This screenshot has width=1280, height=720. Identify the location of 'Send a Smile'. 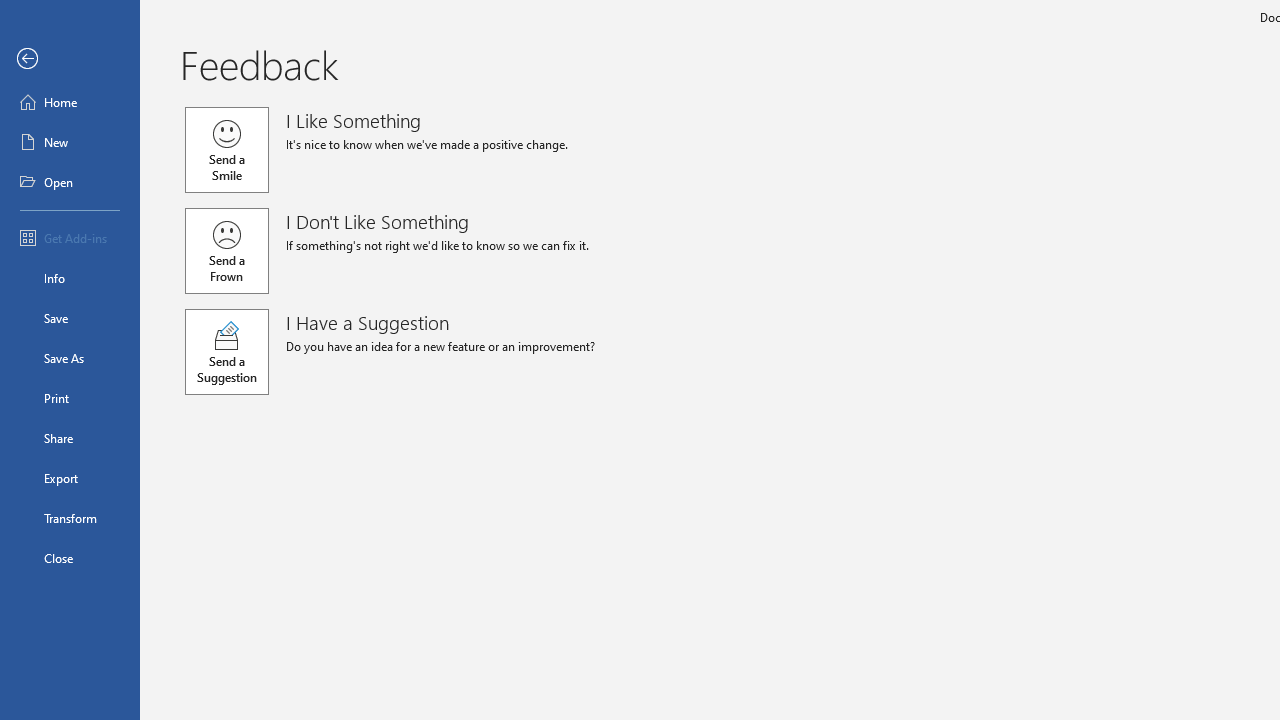
(227, 149).